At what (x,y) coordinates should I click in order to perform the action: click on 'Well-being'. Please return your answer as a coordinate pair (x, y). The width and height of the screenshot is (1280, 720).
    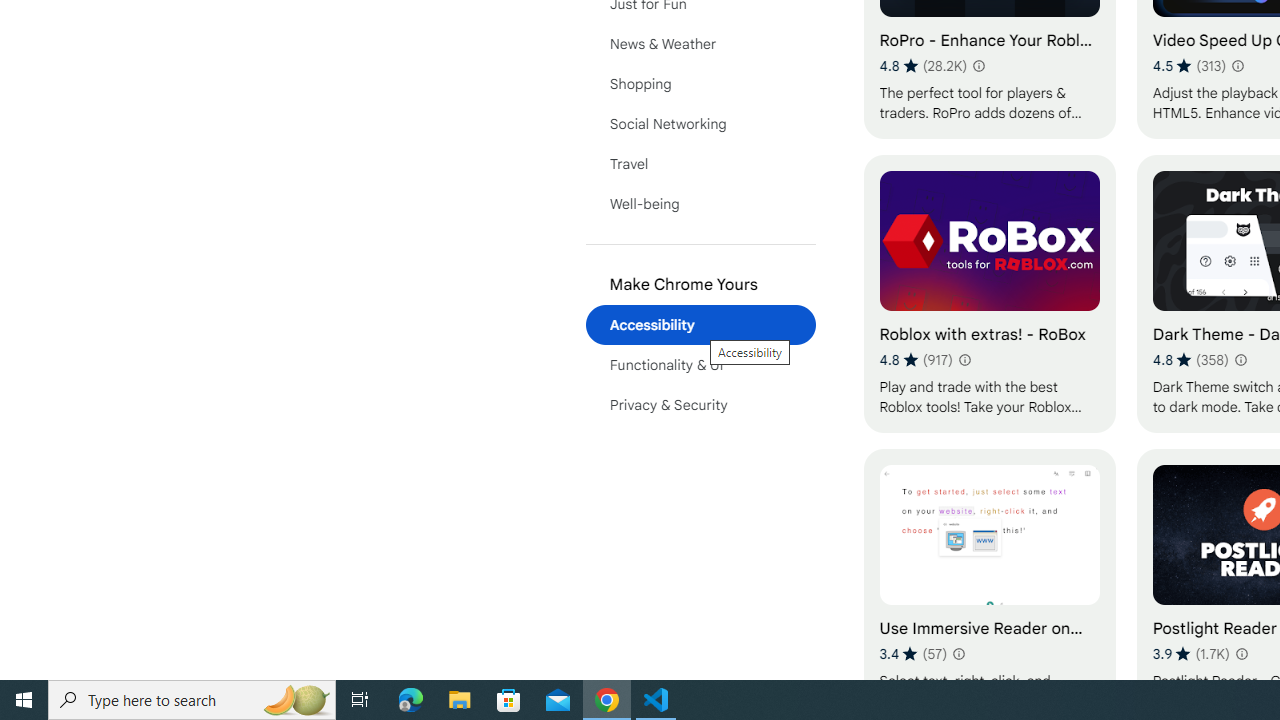
    Looking at the image, I should click on (700, 204).